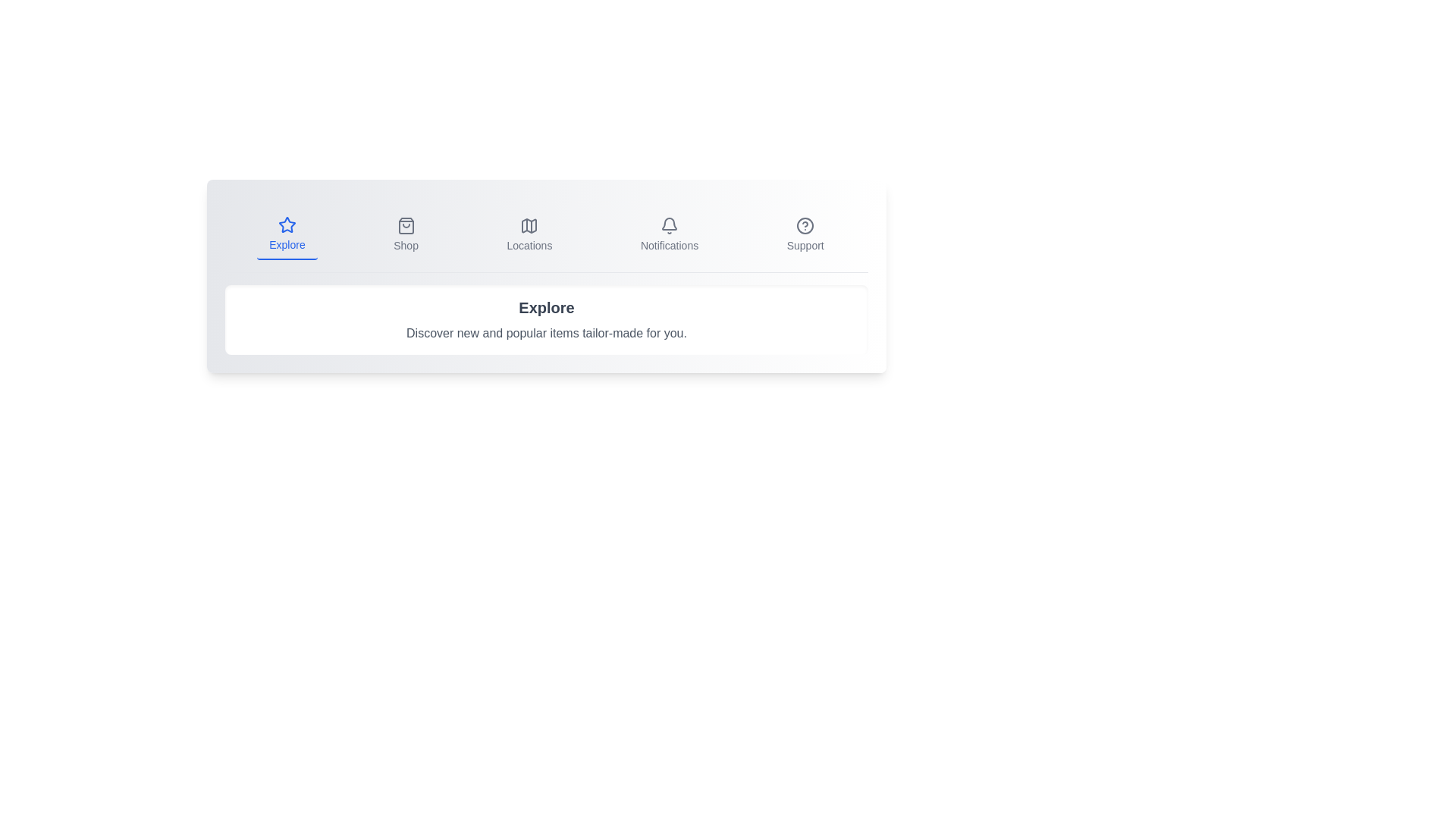 This screenshot has height=819, width=1456. What do you see at coordinates (287, 234) in the screenshot?
I see `the navigation button that redirects to the 'Explore' section of the application` at bounding box center [287, 234].